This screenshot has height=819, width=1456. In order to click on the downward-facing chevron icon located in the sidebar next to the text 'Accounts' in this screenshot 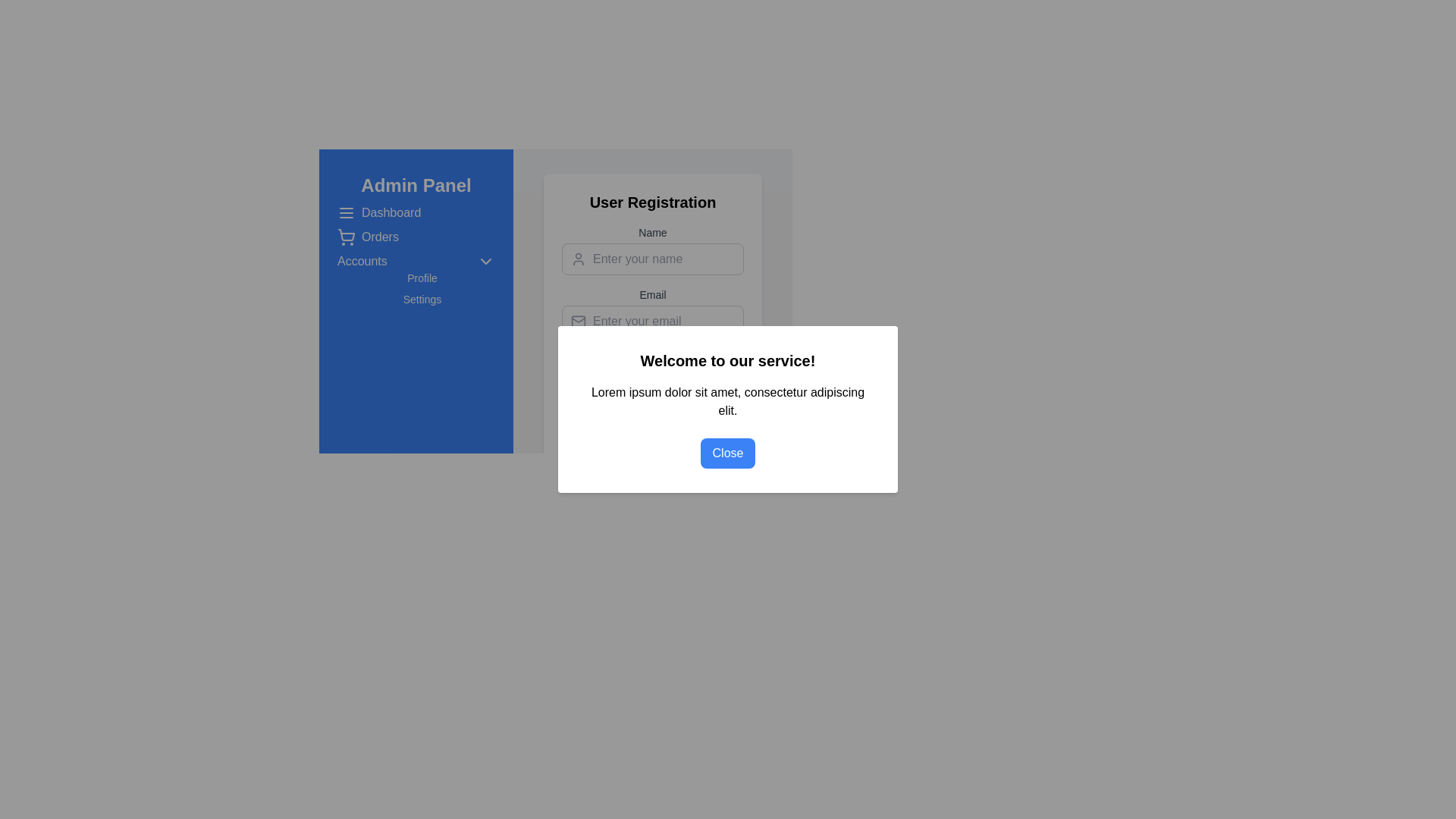, I will do `click(486, 260)`.